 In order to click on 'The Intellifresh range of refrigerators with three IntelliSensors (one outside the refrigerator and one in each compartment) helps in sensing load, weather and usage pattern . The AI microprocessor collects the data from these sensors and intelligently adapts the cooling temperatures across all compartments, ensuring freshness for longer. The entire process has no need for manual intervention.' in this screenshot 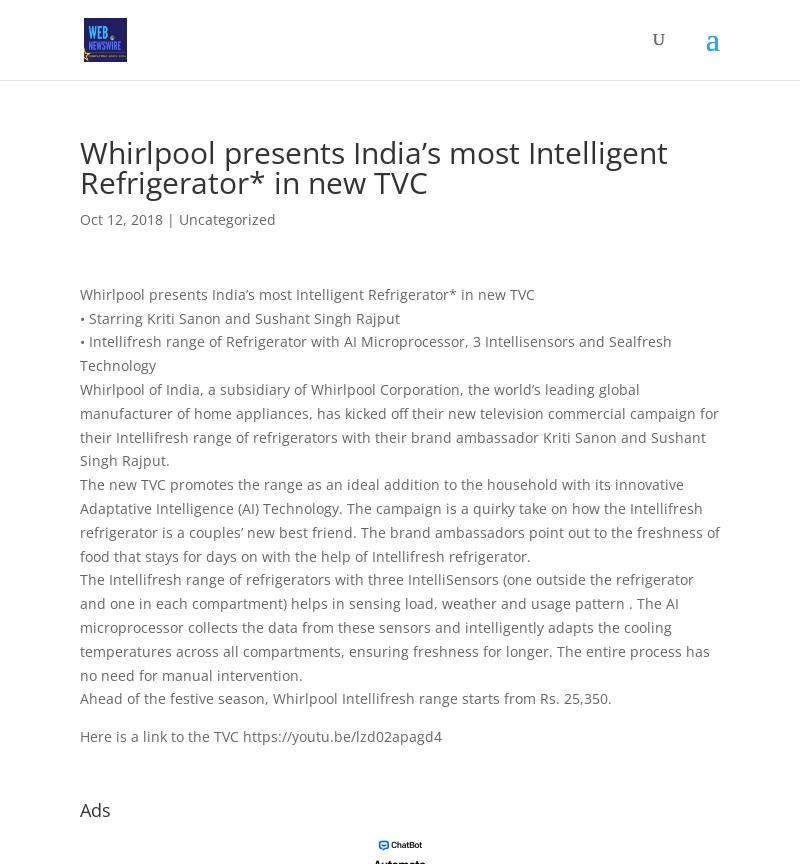, I will do `click(393, 626)`.